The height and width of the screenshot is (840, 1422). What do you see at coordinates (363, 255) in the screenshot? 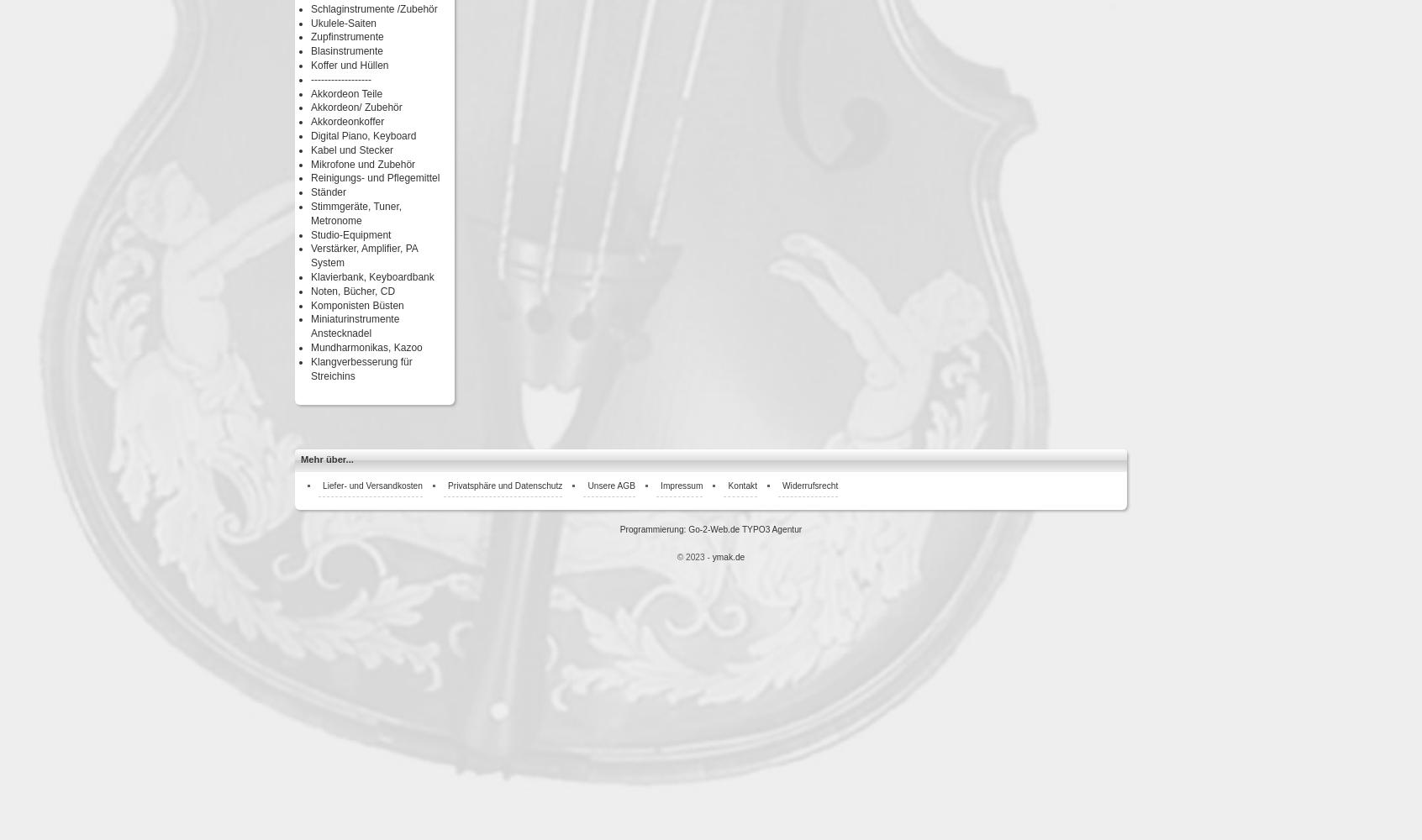
I see `'Verstärker, Amplifier, PA System'` at bounding box center [363, 255].